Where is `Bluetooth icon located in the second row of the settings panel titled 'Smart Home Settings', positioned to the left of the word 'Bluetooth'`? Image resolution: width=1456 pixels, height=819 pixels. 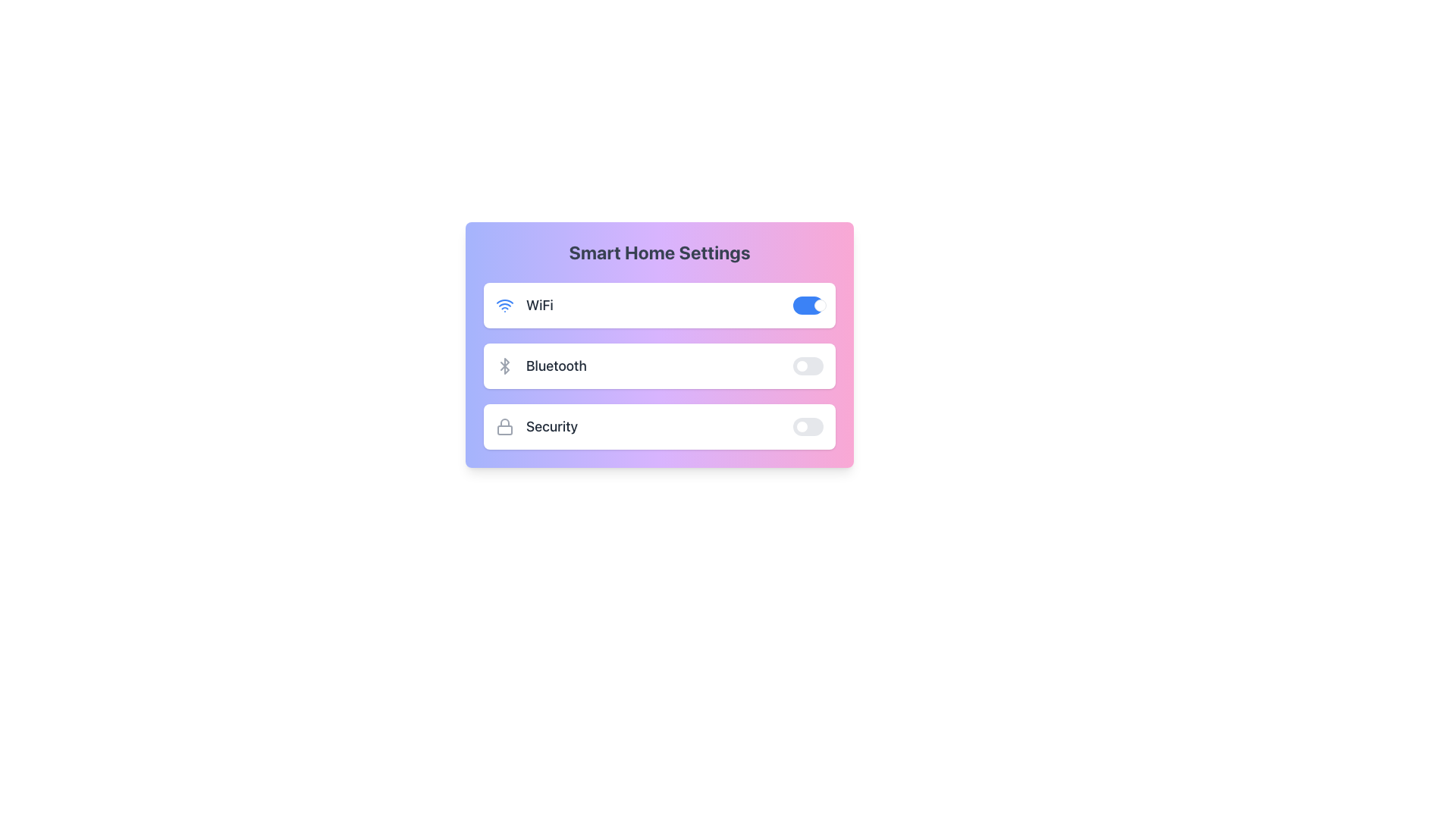
Bluetooth icon located in the second row of the settings panel titled 'Smart Home Settings', positioned to the left of the word 'Bluetooth' is located at coordinates (505, 366).